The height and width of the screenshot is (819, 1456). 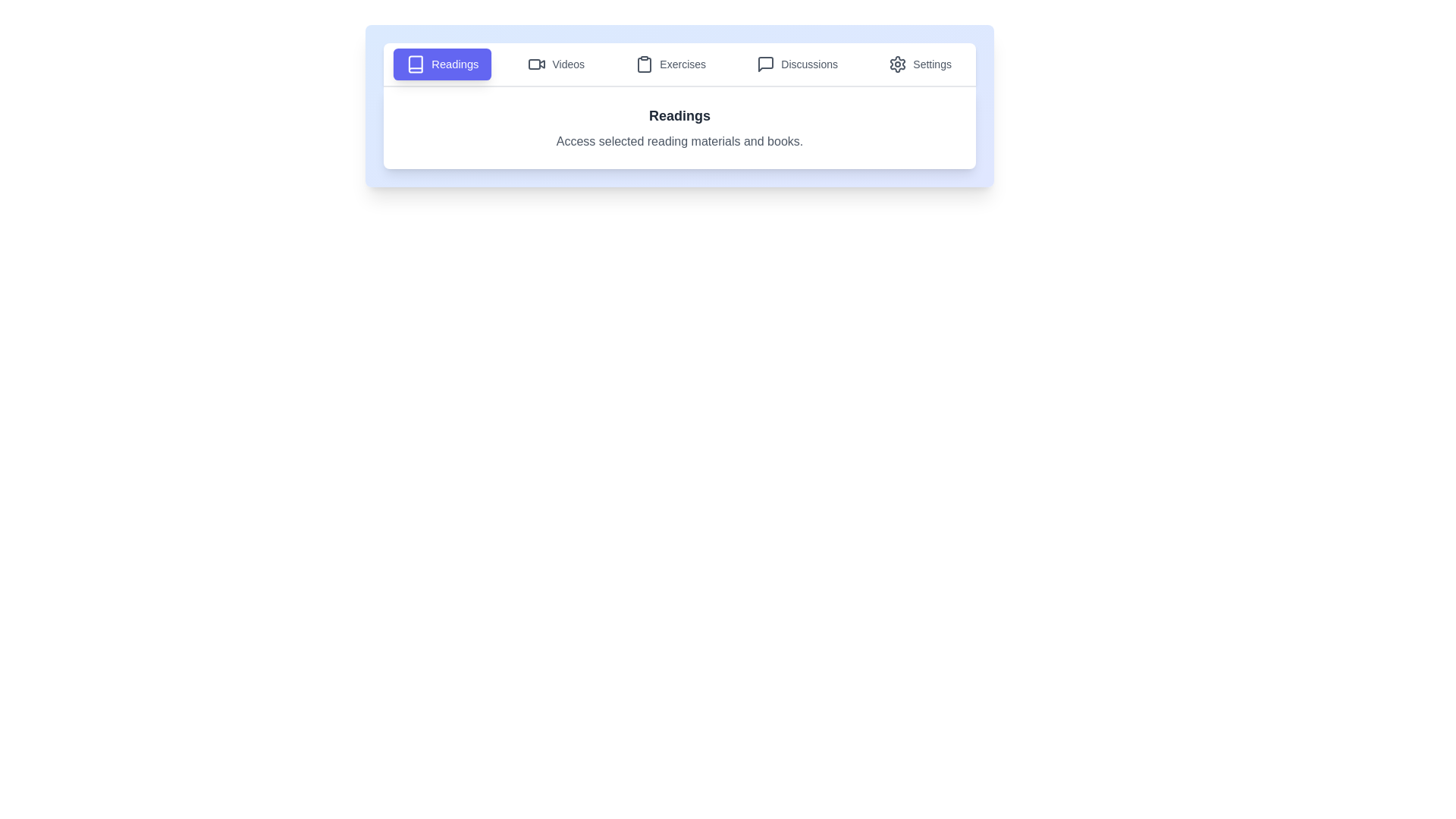 I want to click on the Settings tab to view its content, so click(x=919, y=63).